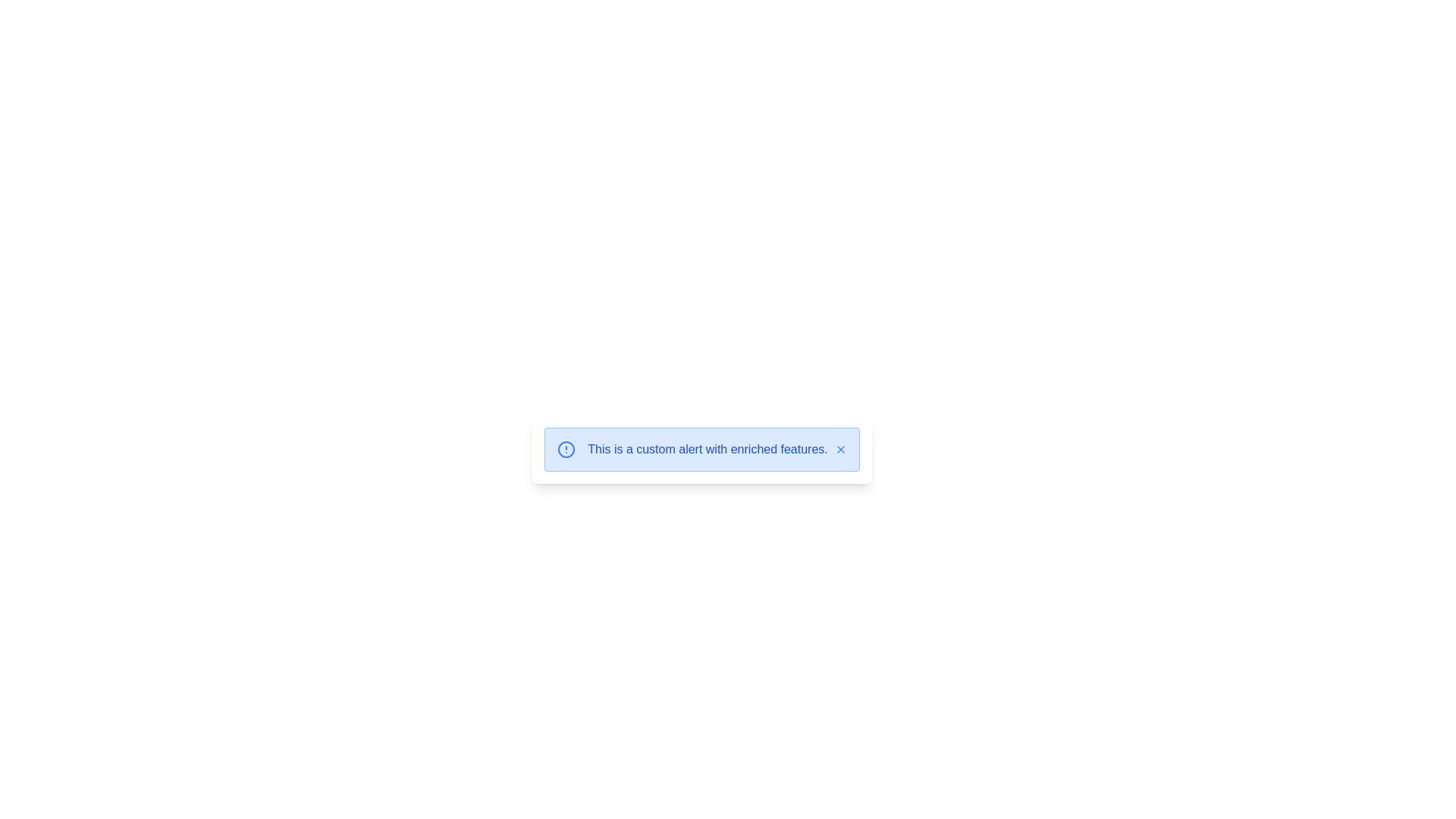 Image resolution: width=1456 pixels, height=819 pixels. Describe the element at coordinates (839, 449) in the screenshot. I see `the close button located at the rightmost corner of the alert box` at that location.